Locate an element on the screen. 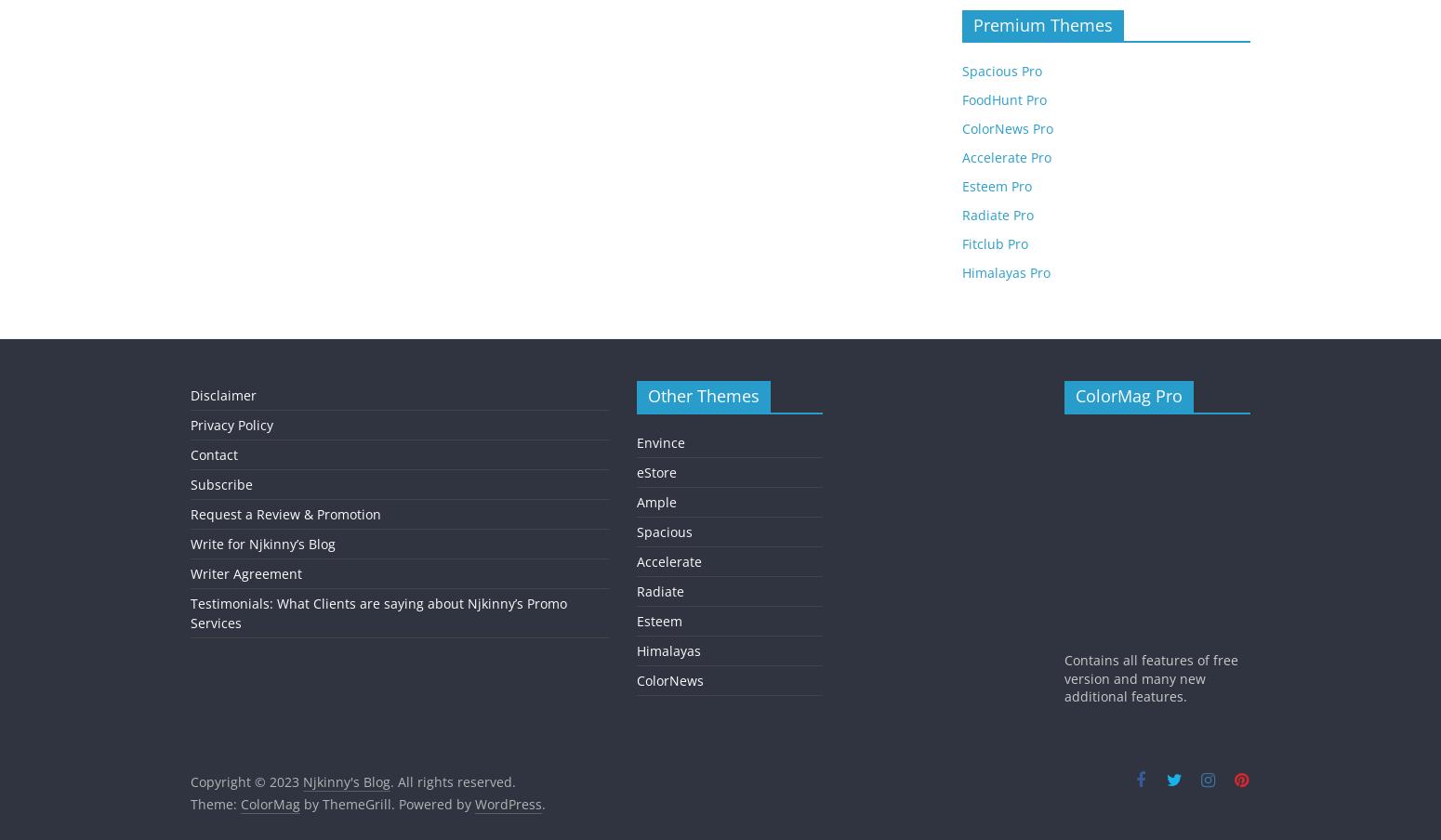 The height and width of the screenshot is (840, 1441). 'Envince' is located at coordinates (660, 440).